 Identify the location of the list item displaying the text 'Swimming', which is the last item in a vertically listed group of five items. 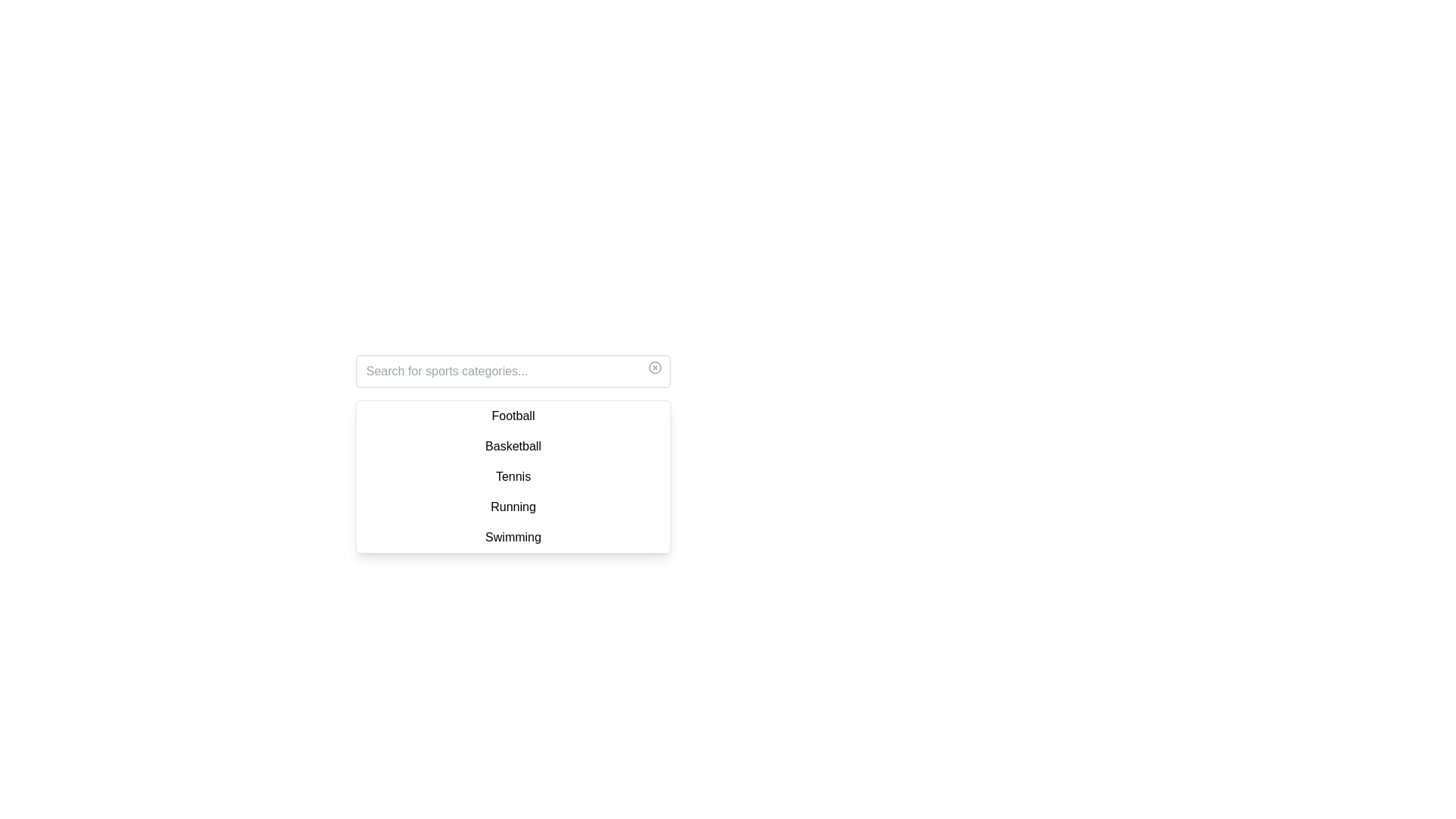
(513, 537).